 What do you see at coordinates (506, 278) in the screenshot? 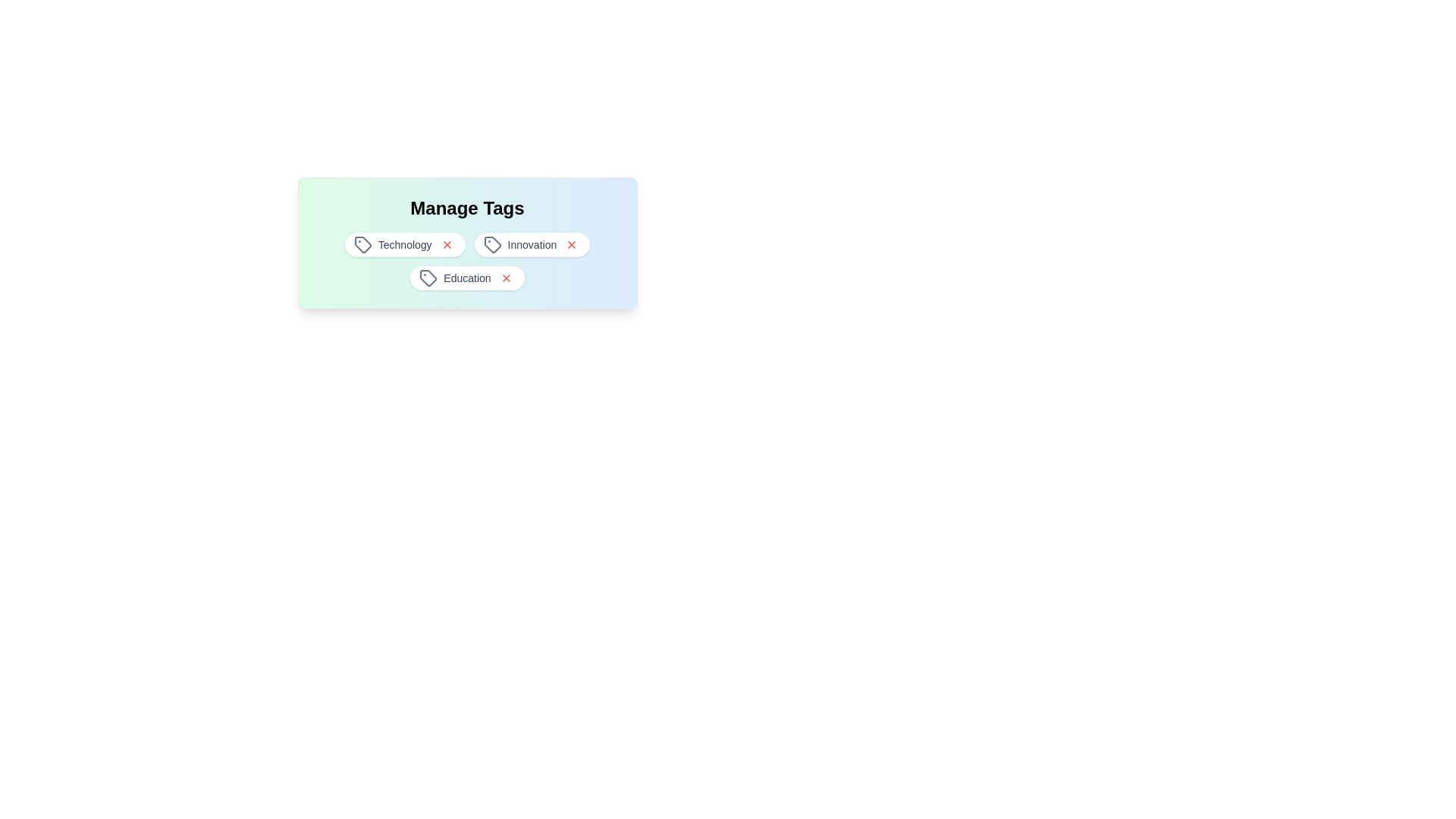
I see `the close button of the tag labeled Education to remove it` at bounding box center [506, 278].